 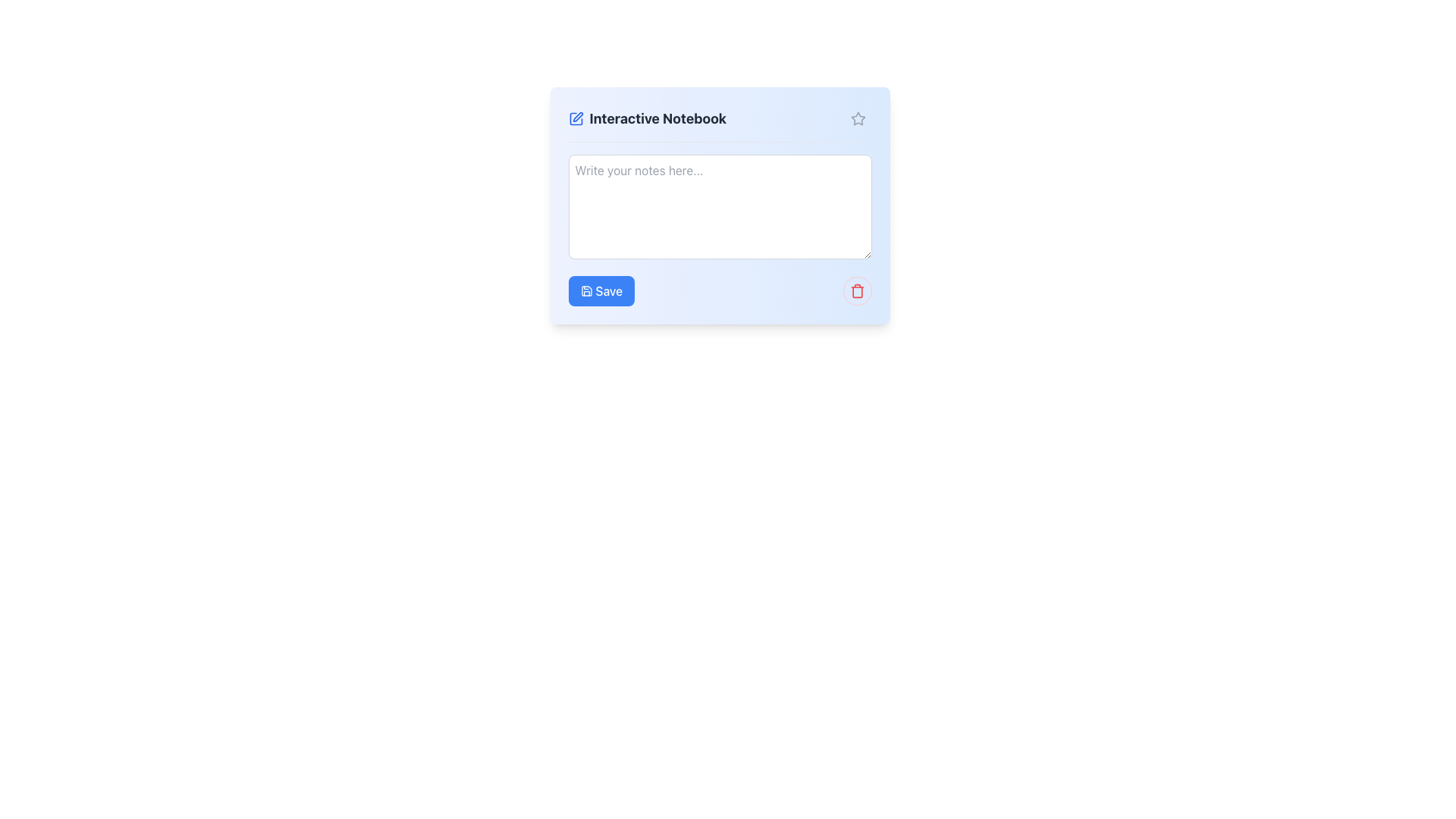 I want to click on the pen icon representing editing or customization, located to the left of the title 'Interactive Notebook', so click(x=575, y=118).